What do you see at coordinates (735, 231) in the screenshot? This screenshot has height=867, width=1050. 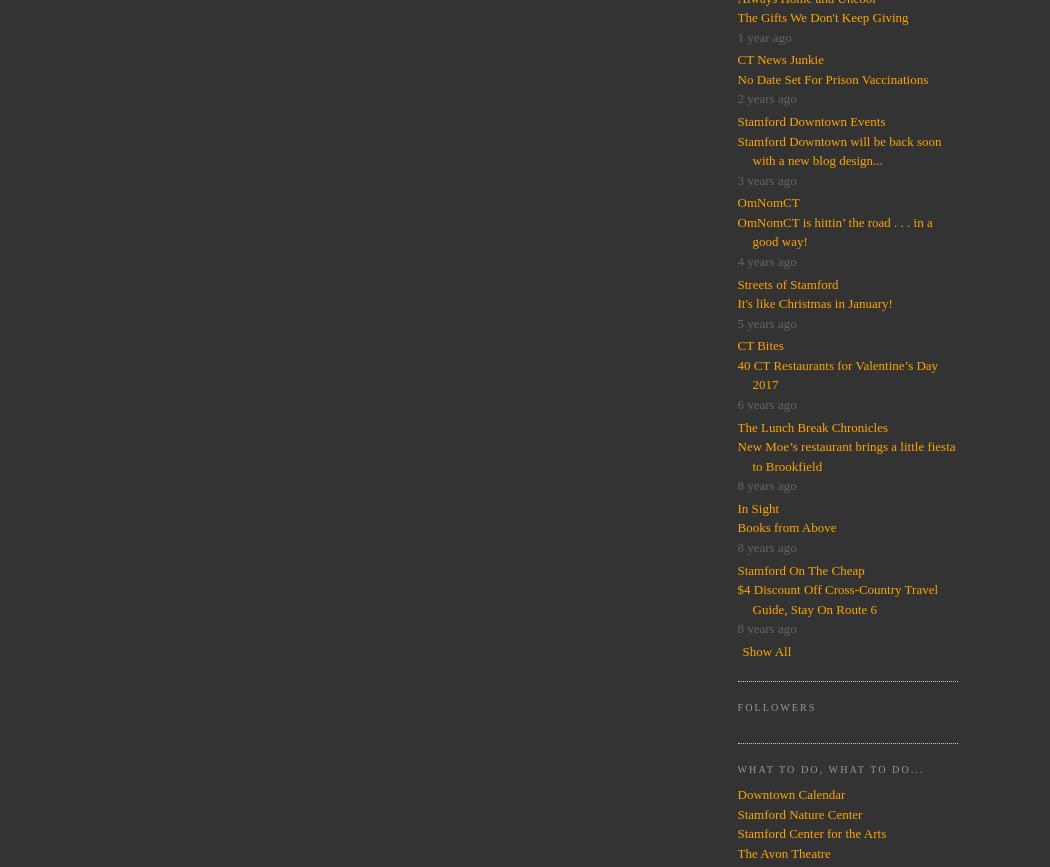 I see `'OmNomCT is hittin’ the road . . . in a good way!'` at bounding box center [735, 231].